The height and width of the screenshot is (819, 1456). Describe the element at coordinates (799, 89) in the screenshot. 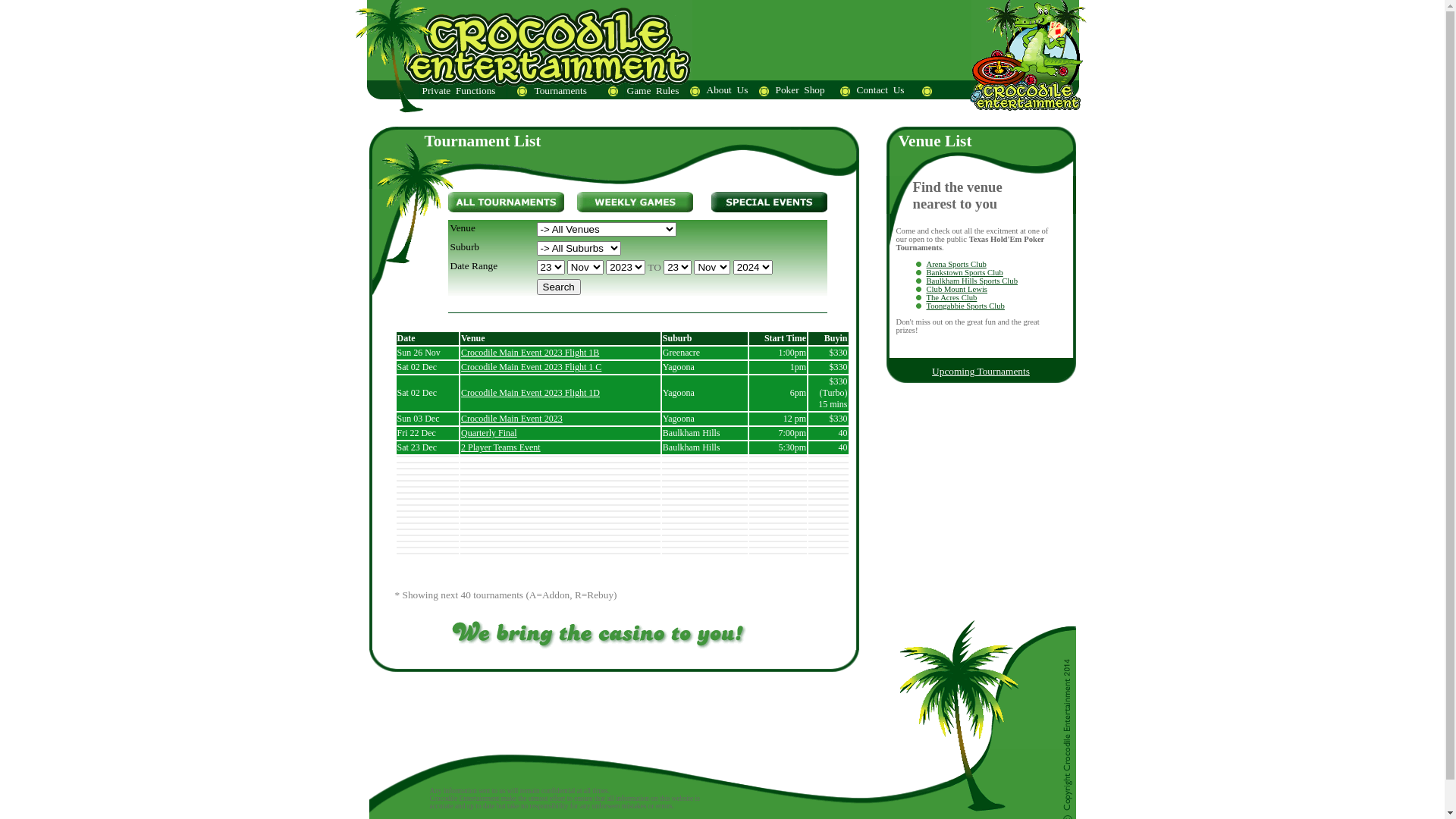

I see `'Poker_Shop'` at that location.